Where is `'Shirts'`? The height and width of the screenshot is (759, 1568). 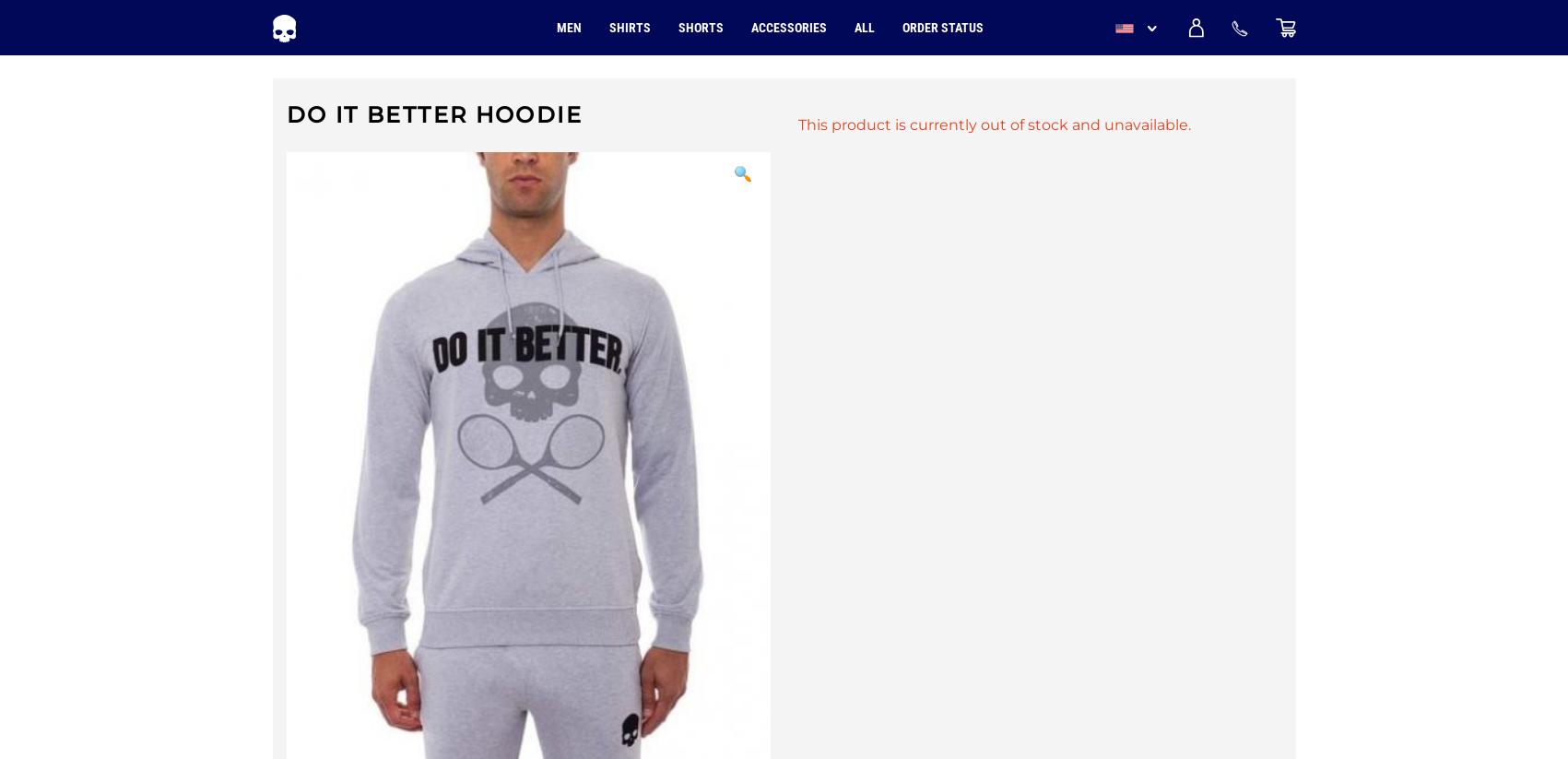
'Shirts' is located at coordinates (629, 27).